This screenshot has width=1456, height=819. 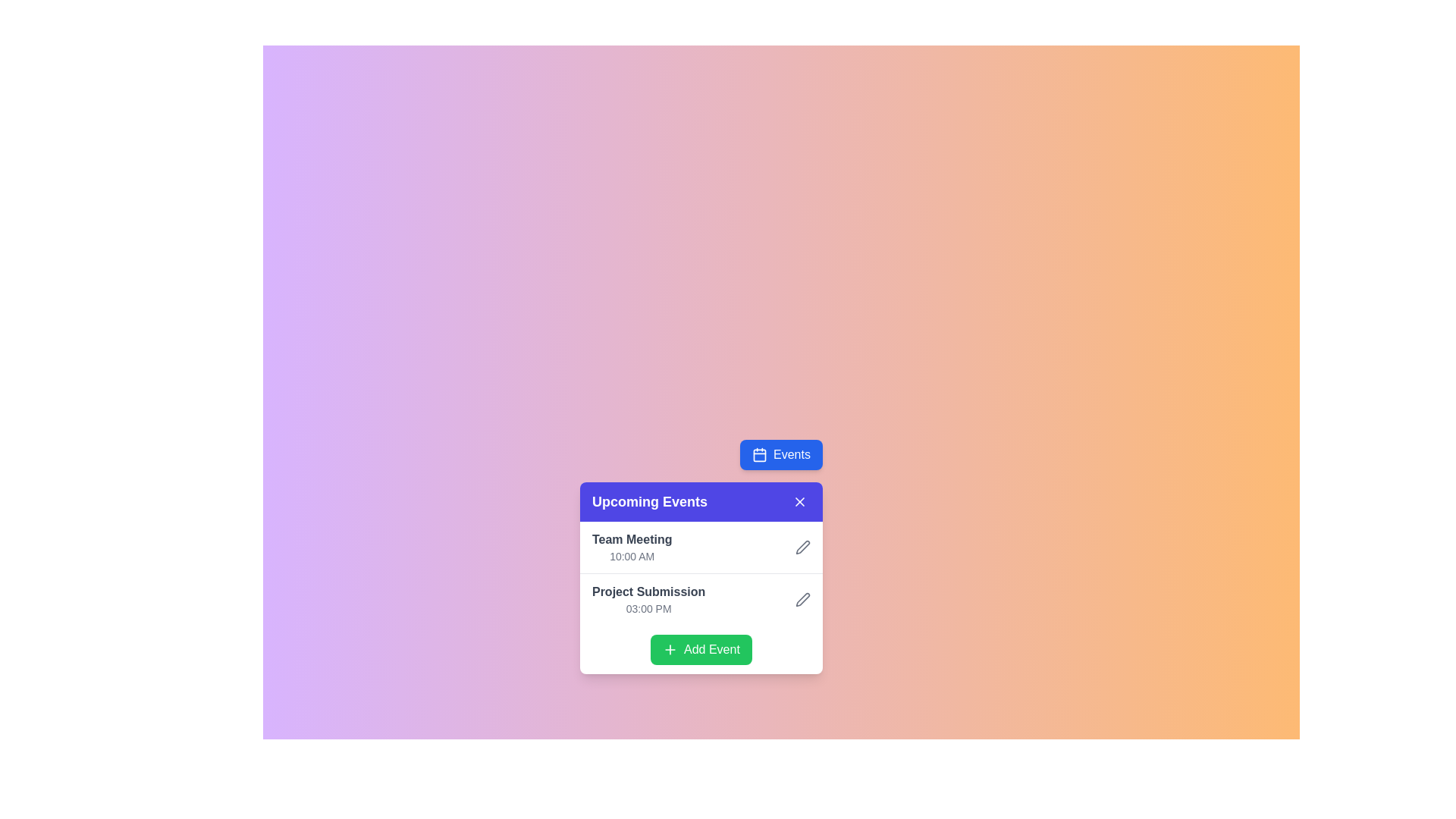 What do you see at coordinates (781, 454) in the screenshot?
I see `the blue button labeled 'Events' with a calendar icon to trigger hover effects` at bounding box center [781, 454].